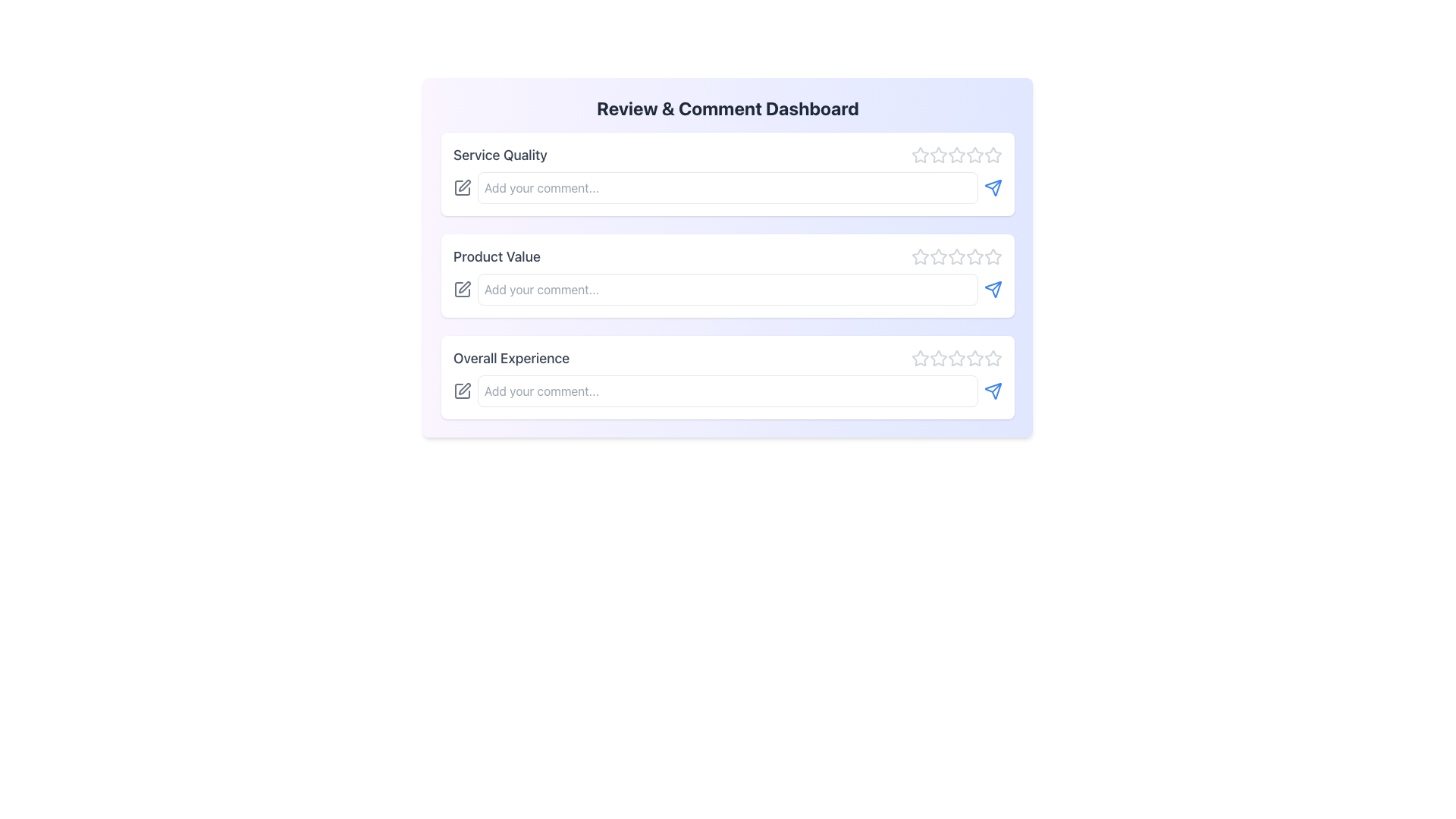 This screenshot has width=1456, height=819. What do you see at coordinates (956, 256) in the screenshot?
I see `the third star icon` at bounding box center [956, 256].